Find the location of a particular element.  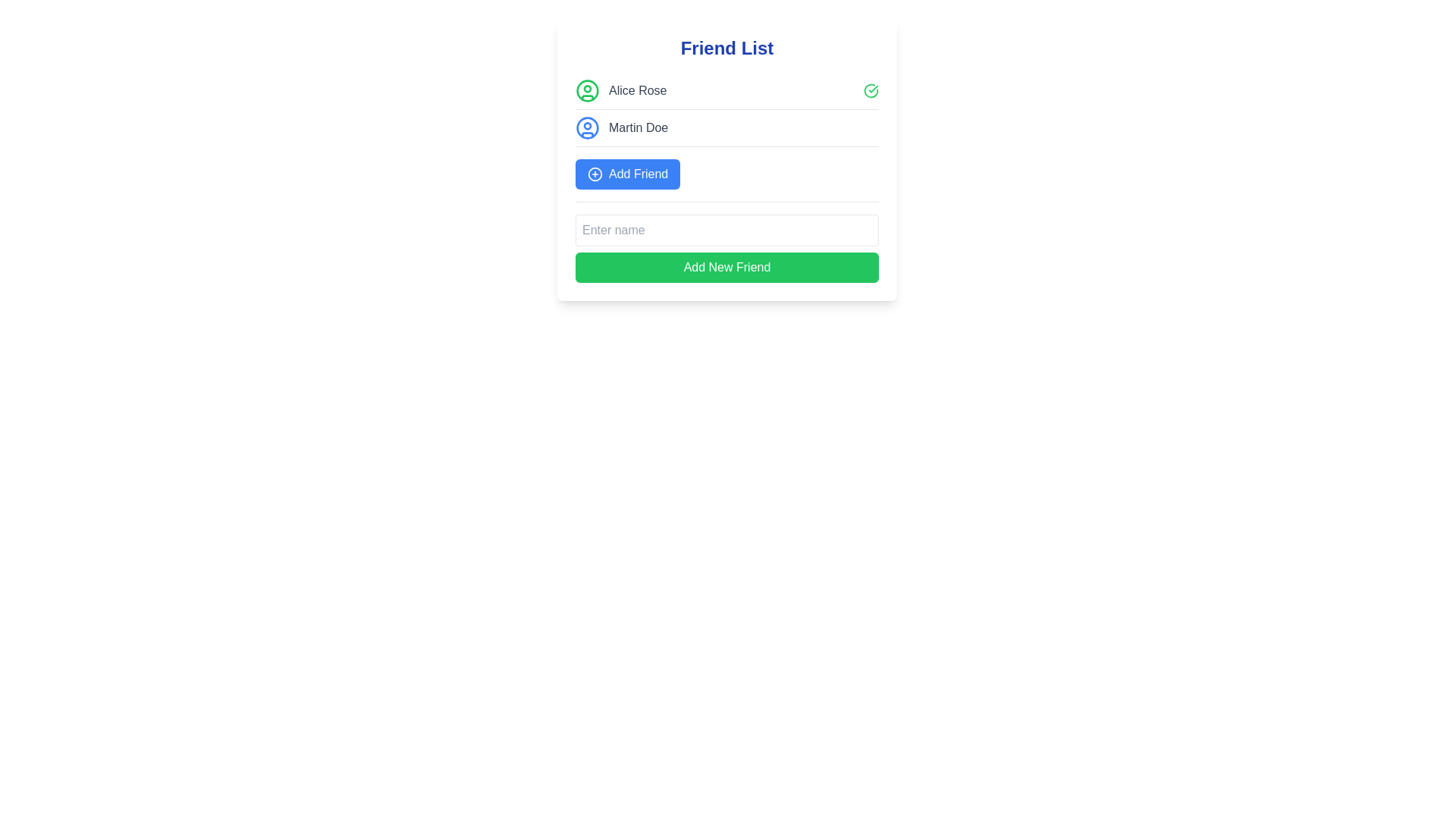

the circular user profile icon, which is styled in blue and green colors and positioned to the left of the text 'Alice Rose' in the 'Friend List' section is located at coordinates (586, 90).